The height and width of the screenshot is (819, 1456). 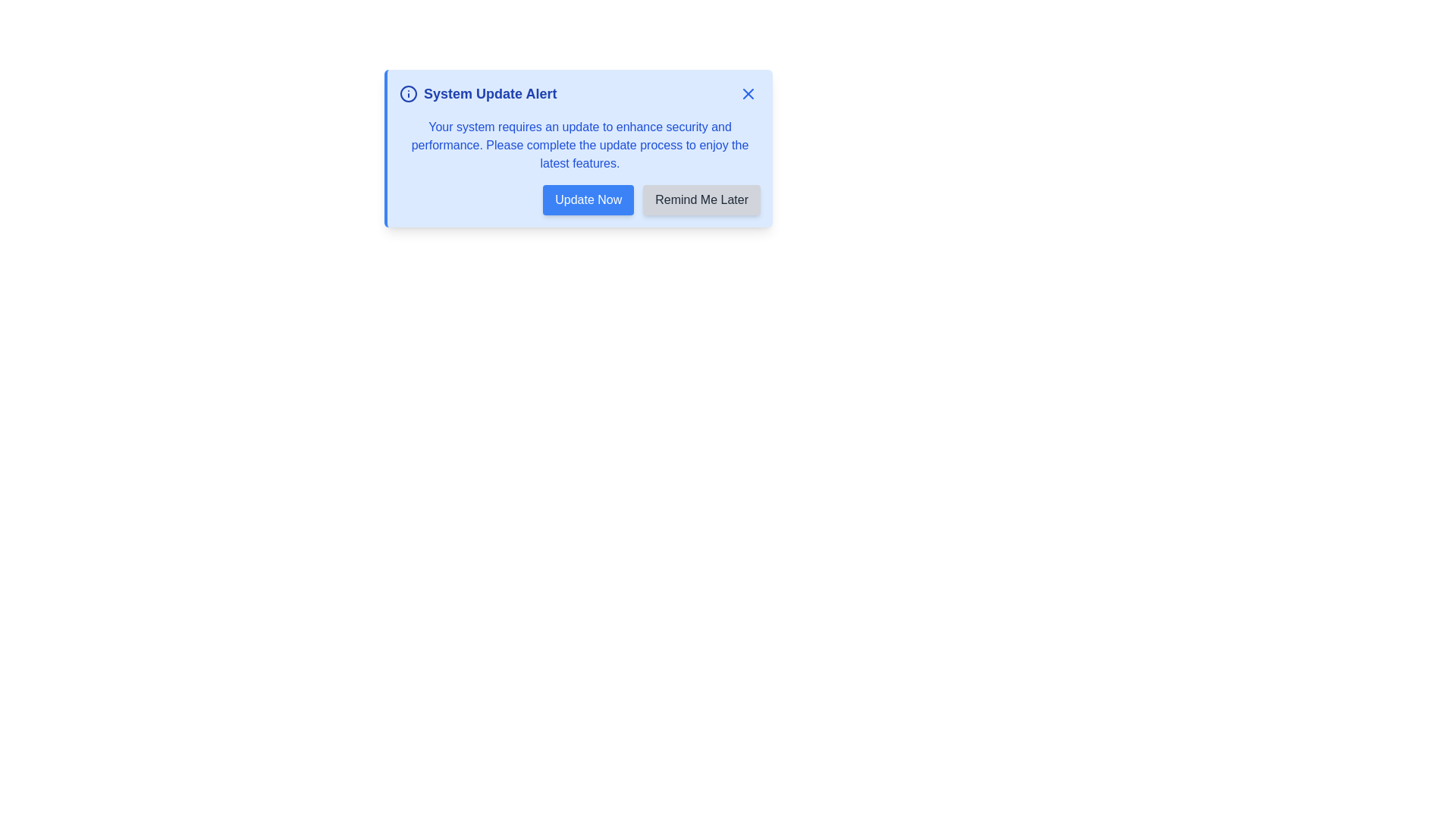 What do you see at coordinates (588, 199) in the screenshot?
I see `the rectangular button with a blue background and white text reading 'Update Now', located at the bottom-right corner of the 'System Update Alert' dialog box to change its background color` at bounding box center [588, 199].